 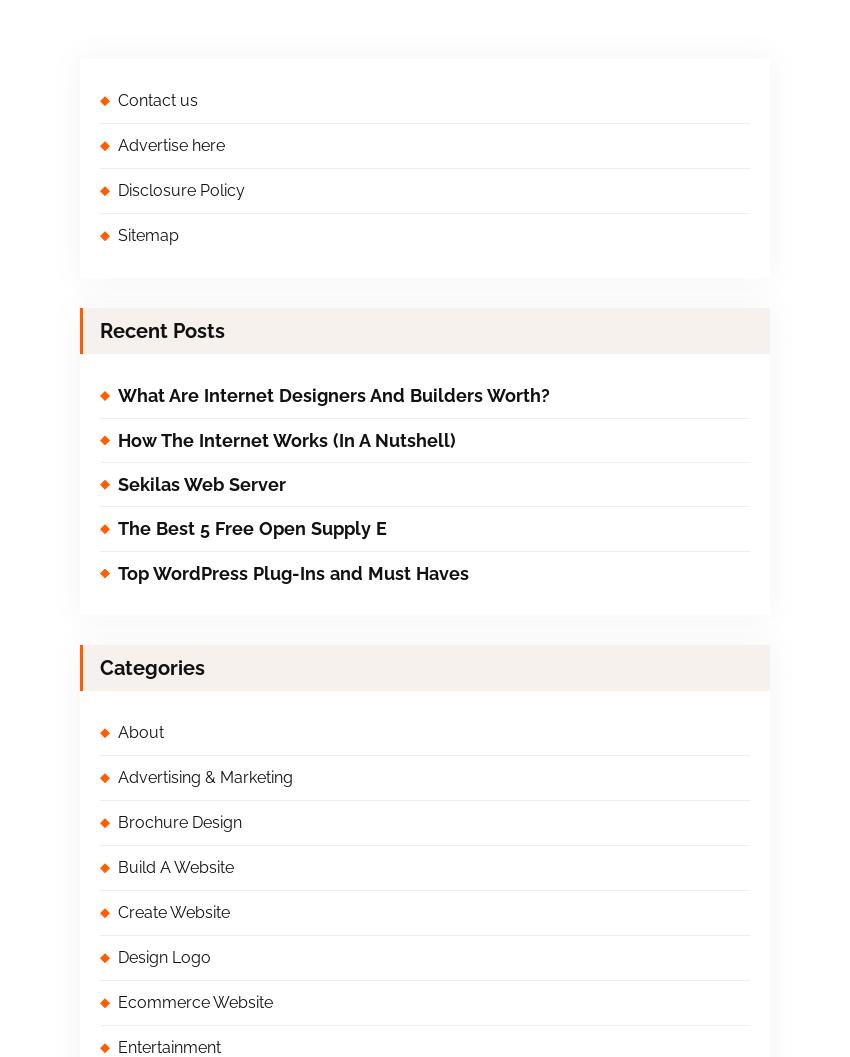 I want to click on 'Create Website', so click(x=172, y=912).